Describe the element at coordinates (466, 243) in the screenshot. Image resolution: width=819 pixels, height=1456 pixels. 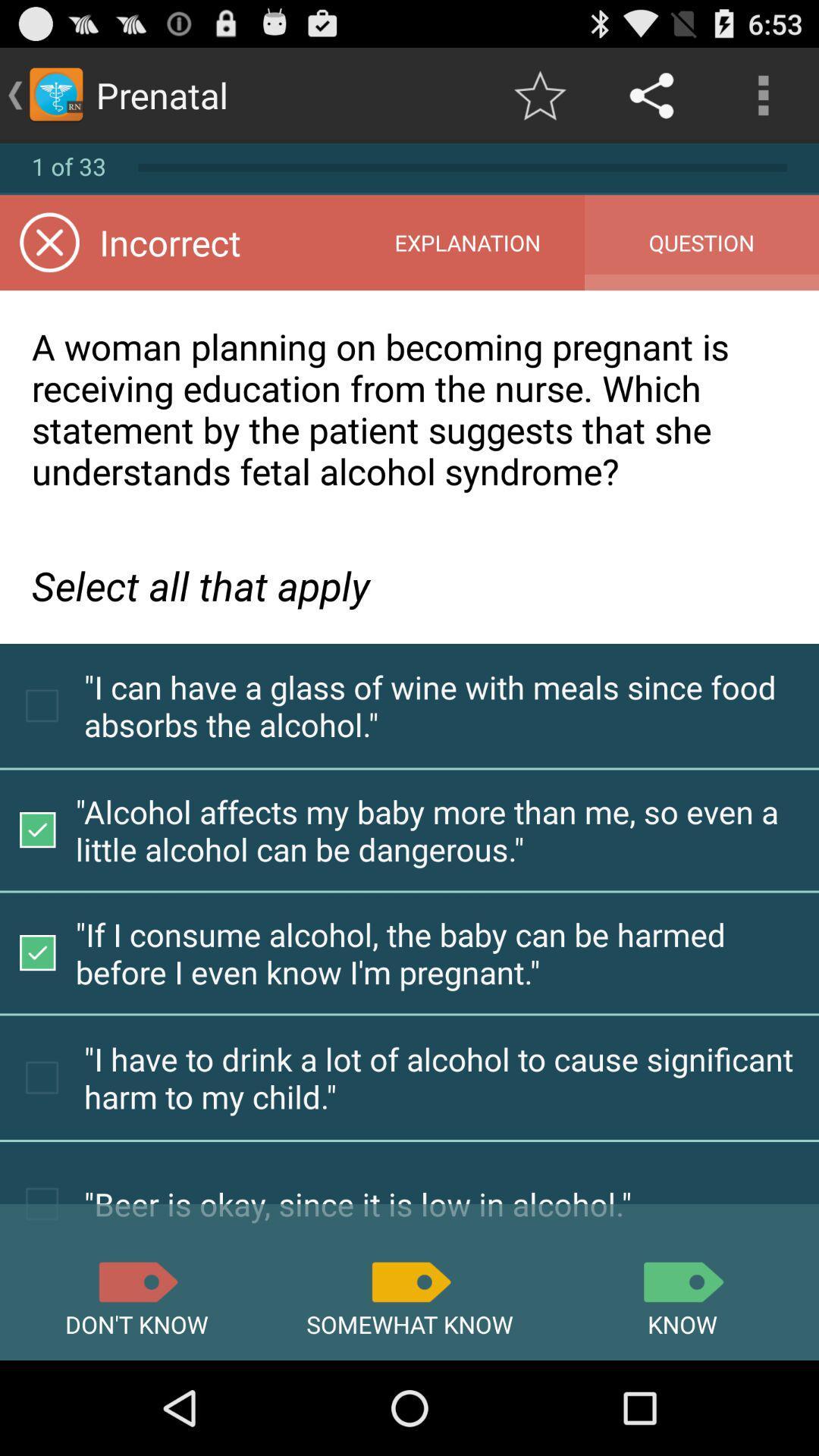
I see `the icon above the a woman planning item` at that location.